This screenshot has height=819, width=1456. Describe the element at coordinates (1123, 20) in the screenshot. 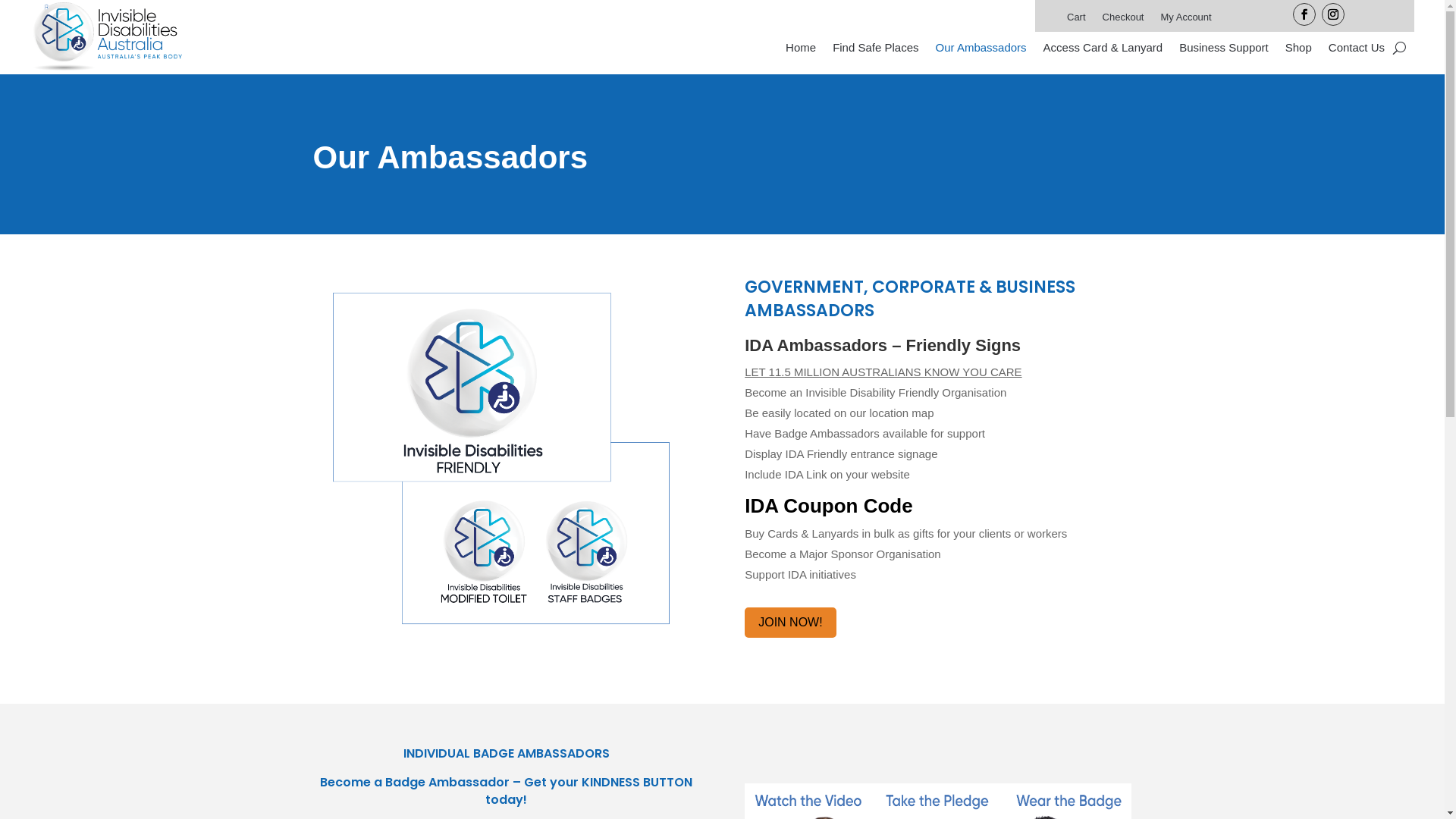

I see `'Checkout'` at that location.